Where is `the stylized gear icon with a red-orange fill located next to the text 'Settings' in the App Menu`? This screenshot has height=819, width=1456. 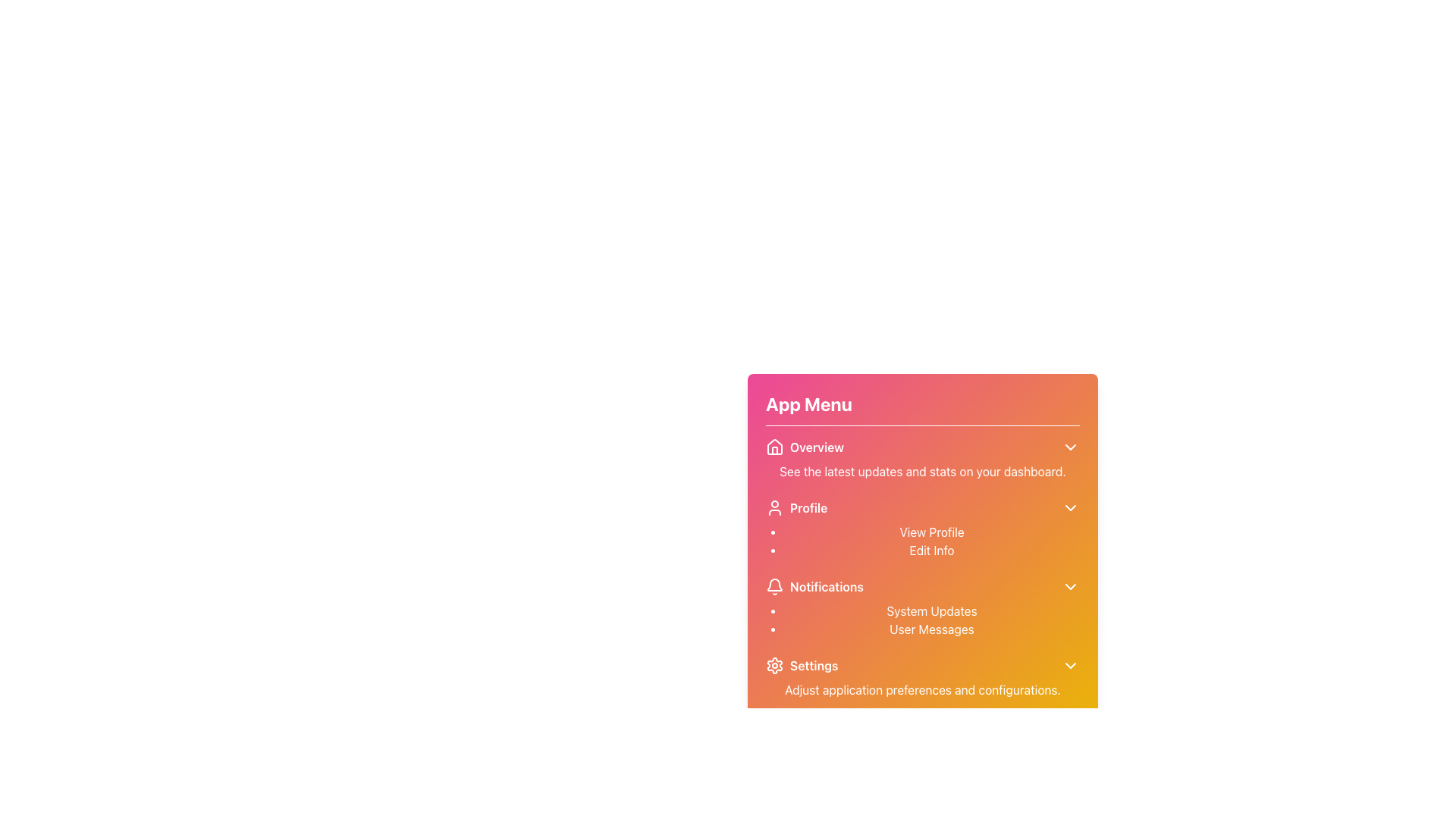 the stylized gear icon with a red-orange fill located next to the text 'Settings' in the App Menu is located at coordinates (775, 665).